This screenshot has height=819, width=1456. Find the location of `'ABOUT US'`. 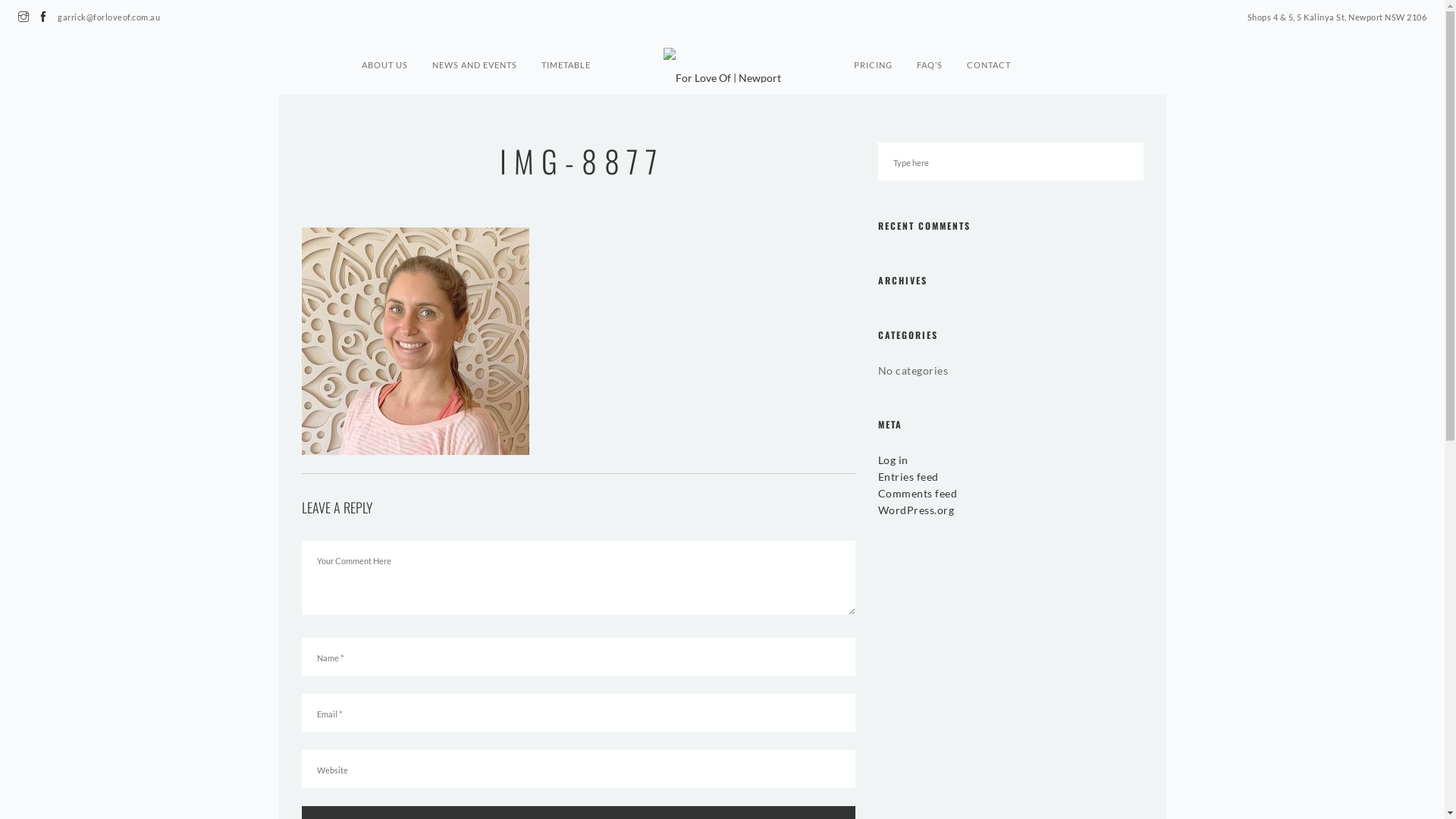

'ABOUT US' is located at coordinates (360, 57).